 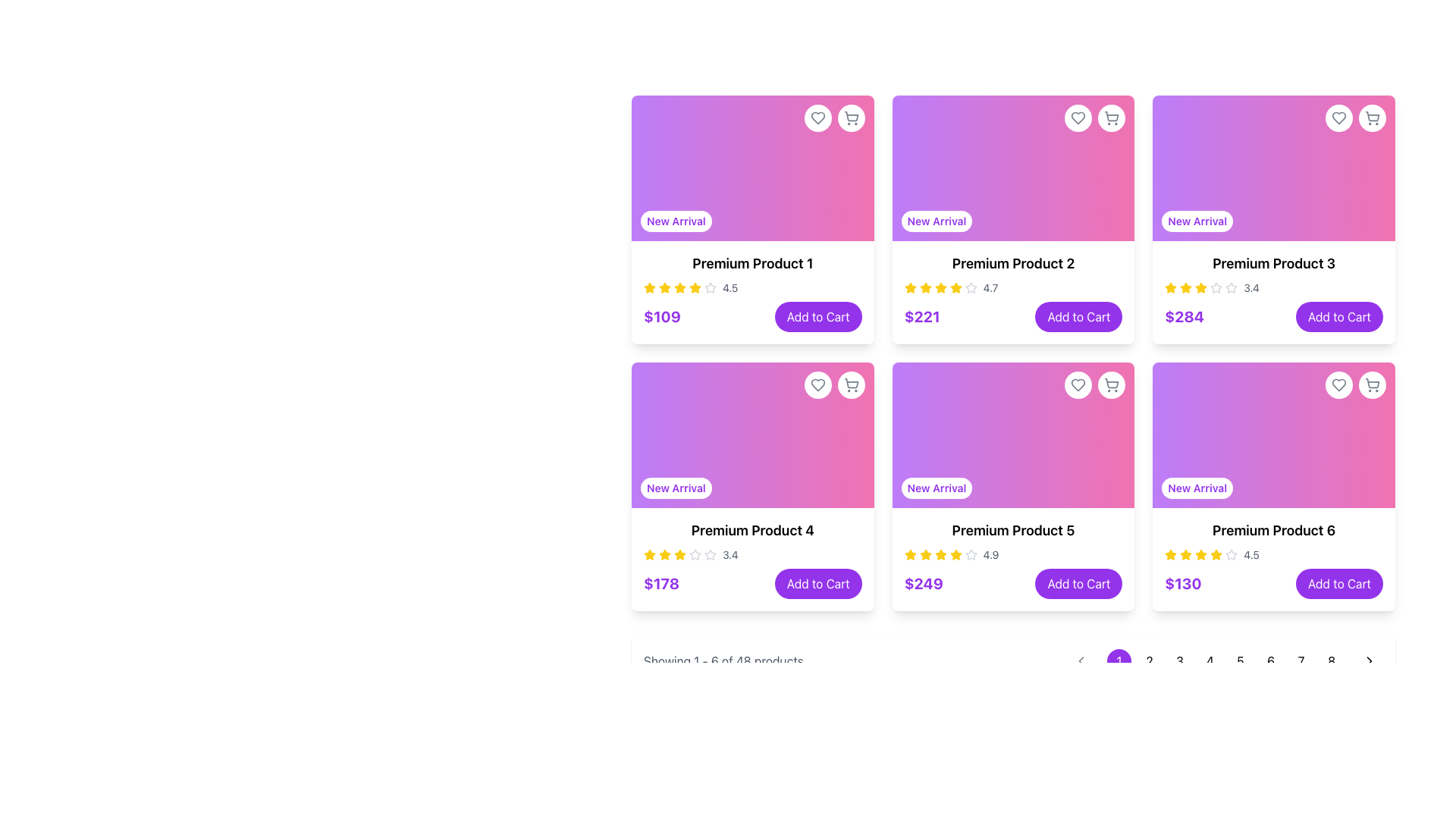 I want to click on the circular button labeled '8' located at the bottom-right corner of the interface to activate the background color change effect, so click(x=1331, y=660).